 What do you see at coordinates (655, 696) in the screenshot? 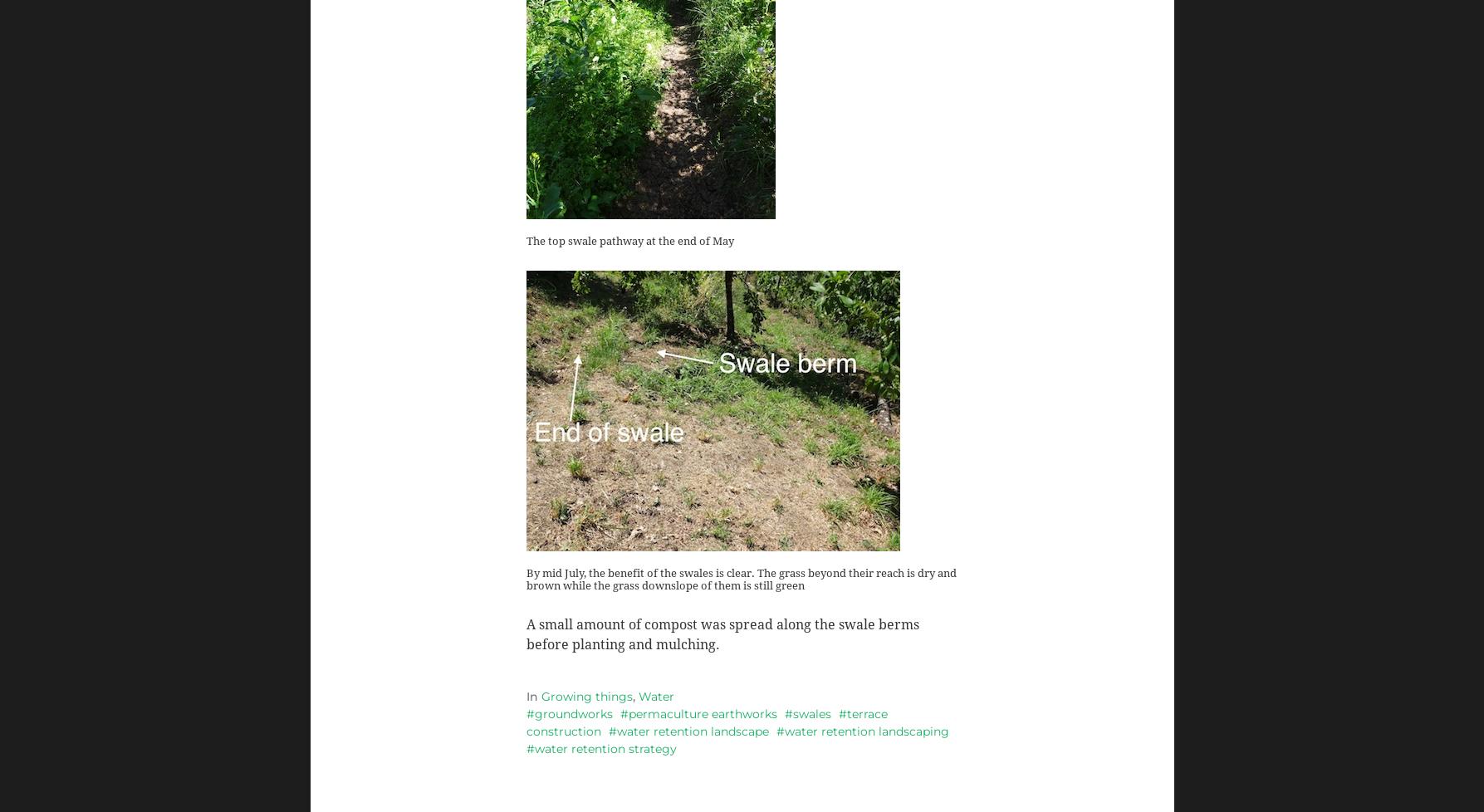
I see `'Water'` at bounding box center [655, 696].